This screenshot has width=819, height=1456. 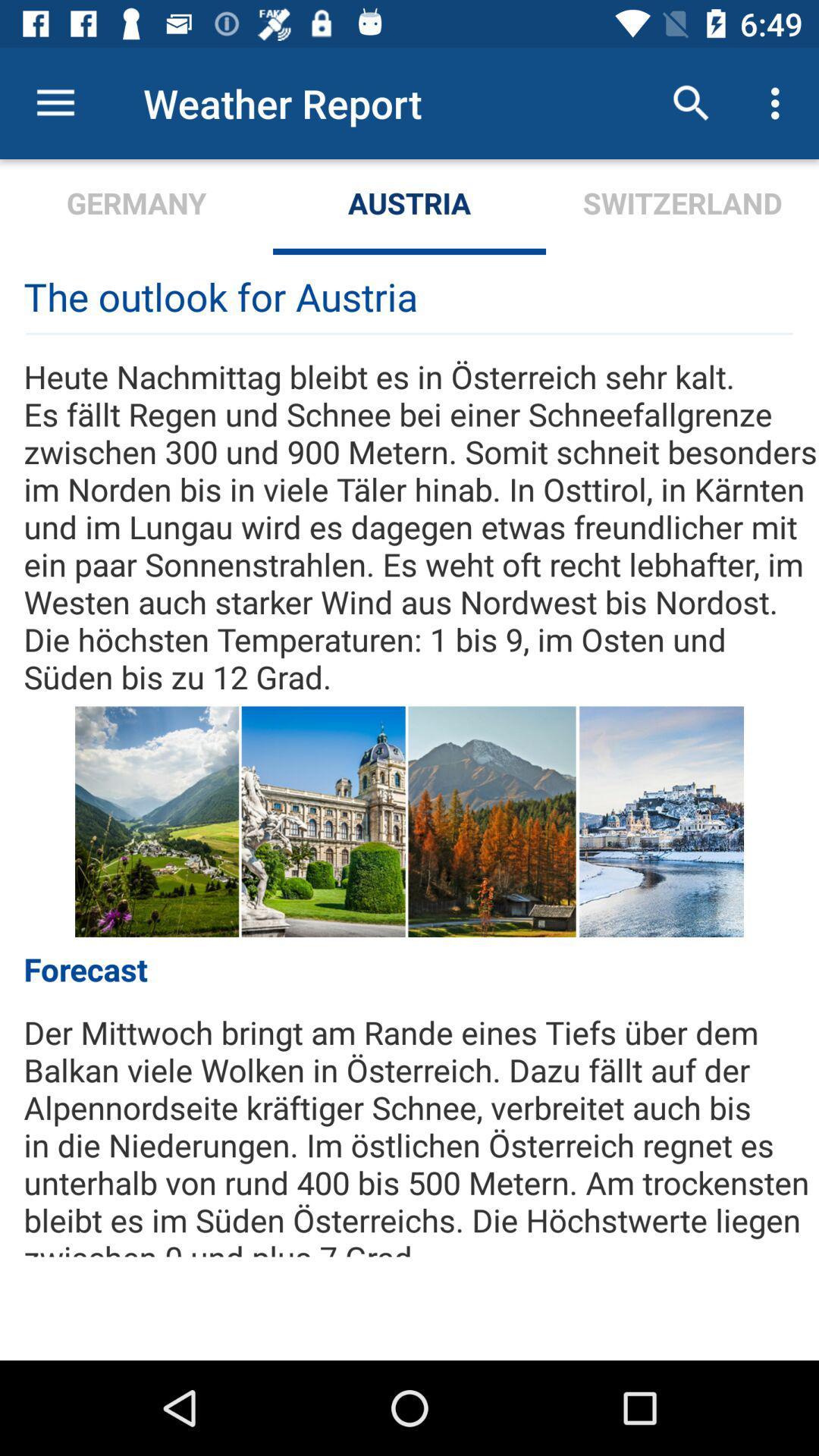 What do you see at coordinates (681, 206) in the screenshot?
I see `the switzerland` at bounding box center [681, 206].